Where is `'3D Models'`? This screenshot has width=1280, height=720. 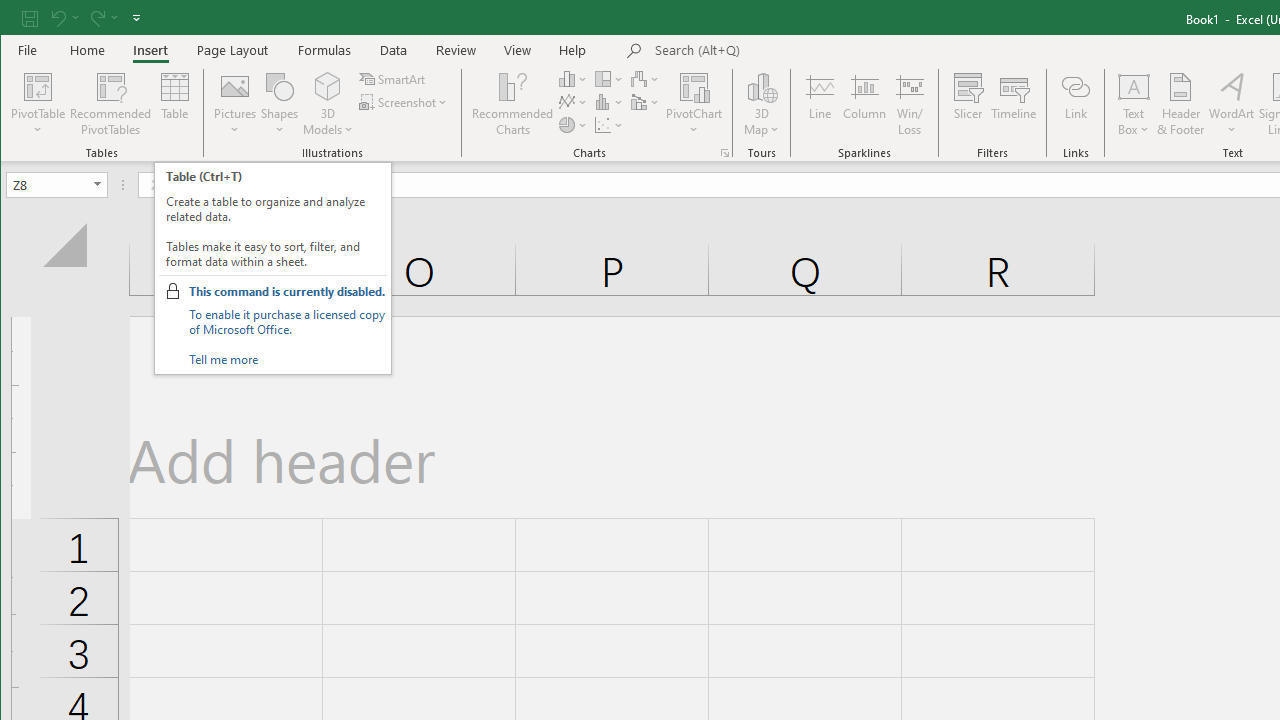 '3D Models' is located at coordinates (328, 104).